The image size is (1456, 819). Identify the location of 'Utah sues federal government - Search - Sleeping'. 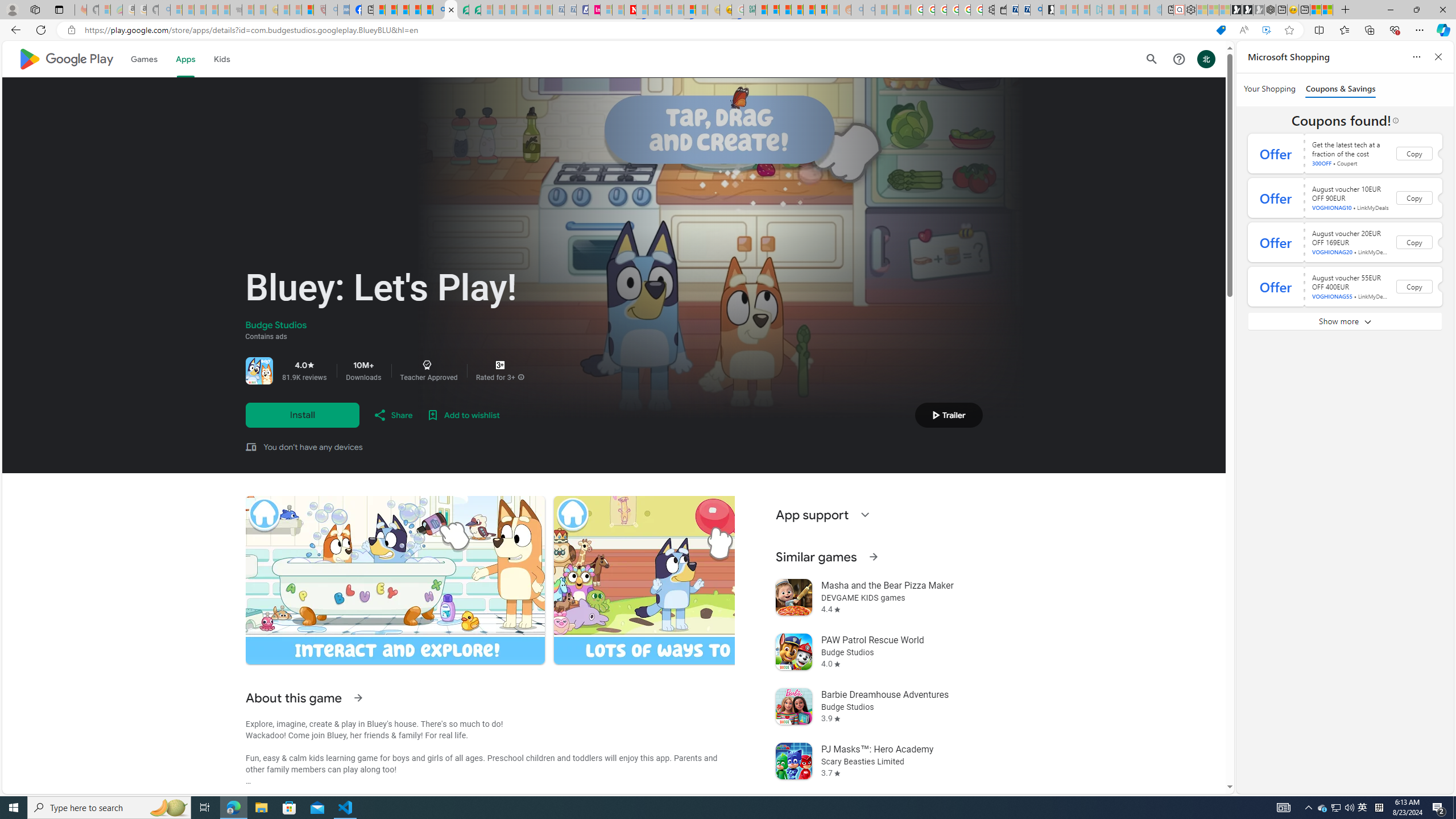
(868, 9).